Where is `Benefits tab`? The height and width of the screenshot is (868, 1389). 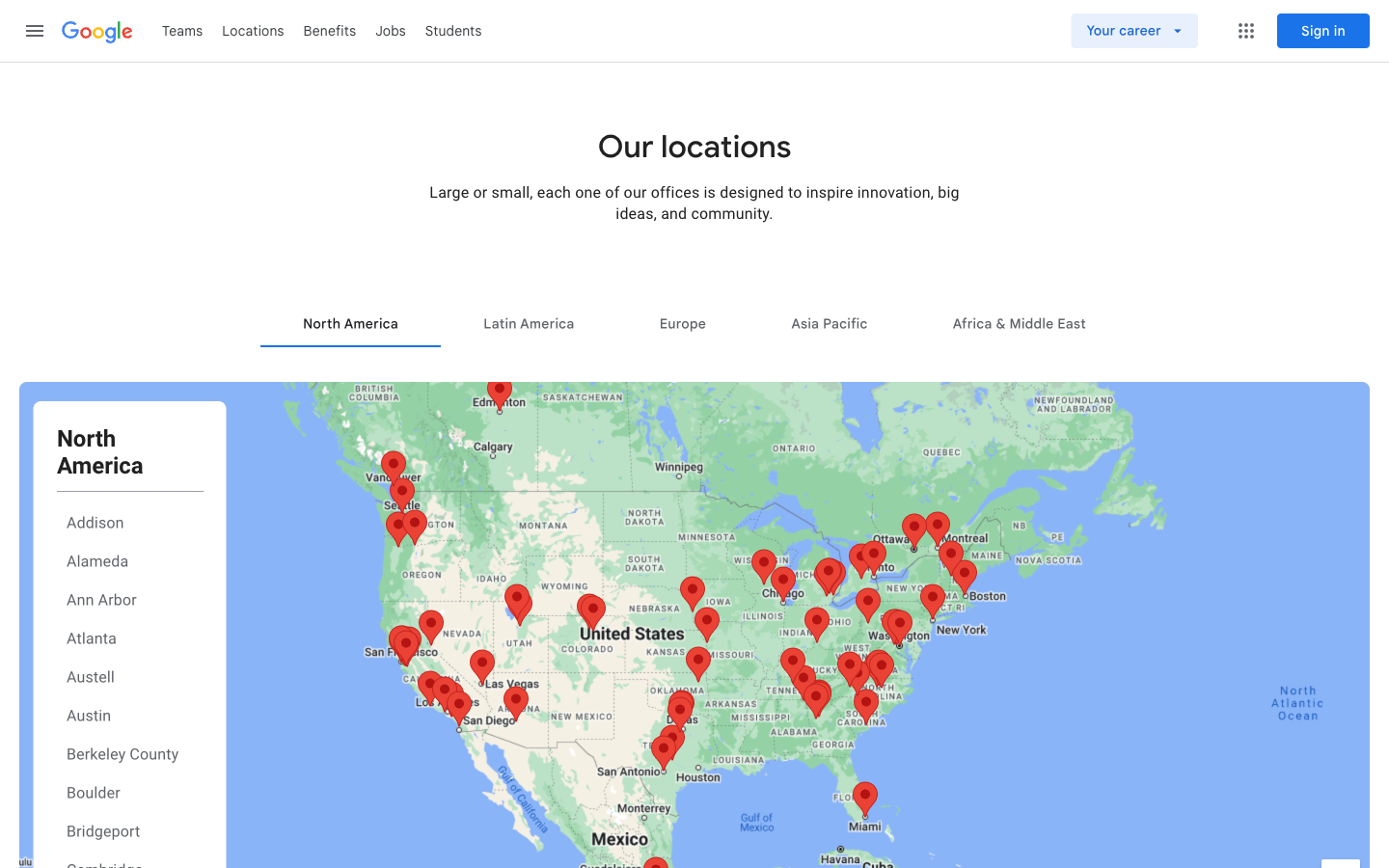
Benefits tab is located at coordinates (330, 29).